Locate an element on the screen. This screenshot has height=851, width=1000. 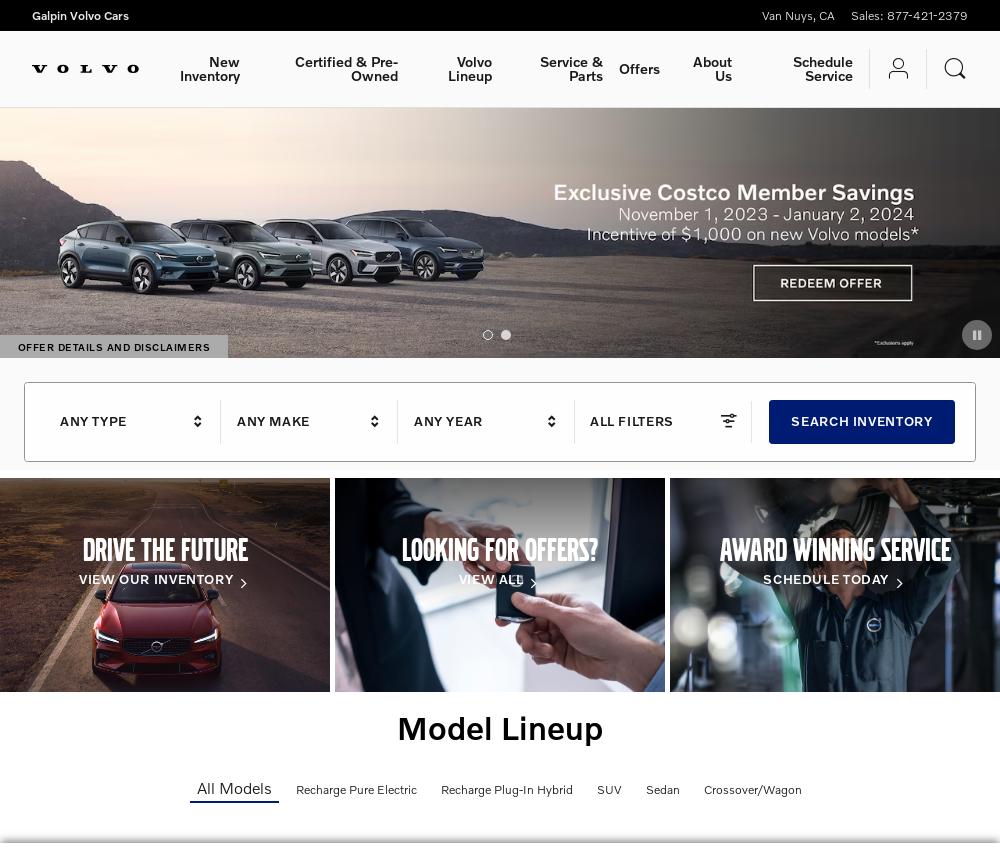
'Drive The Future' is located at coordinates (164, 547).